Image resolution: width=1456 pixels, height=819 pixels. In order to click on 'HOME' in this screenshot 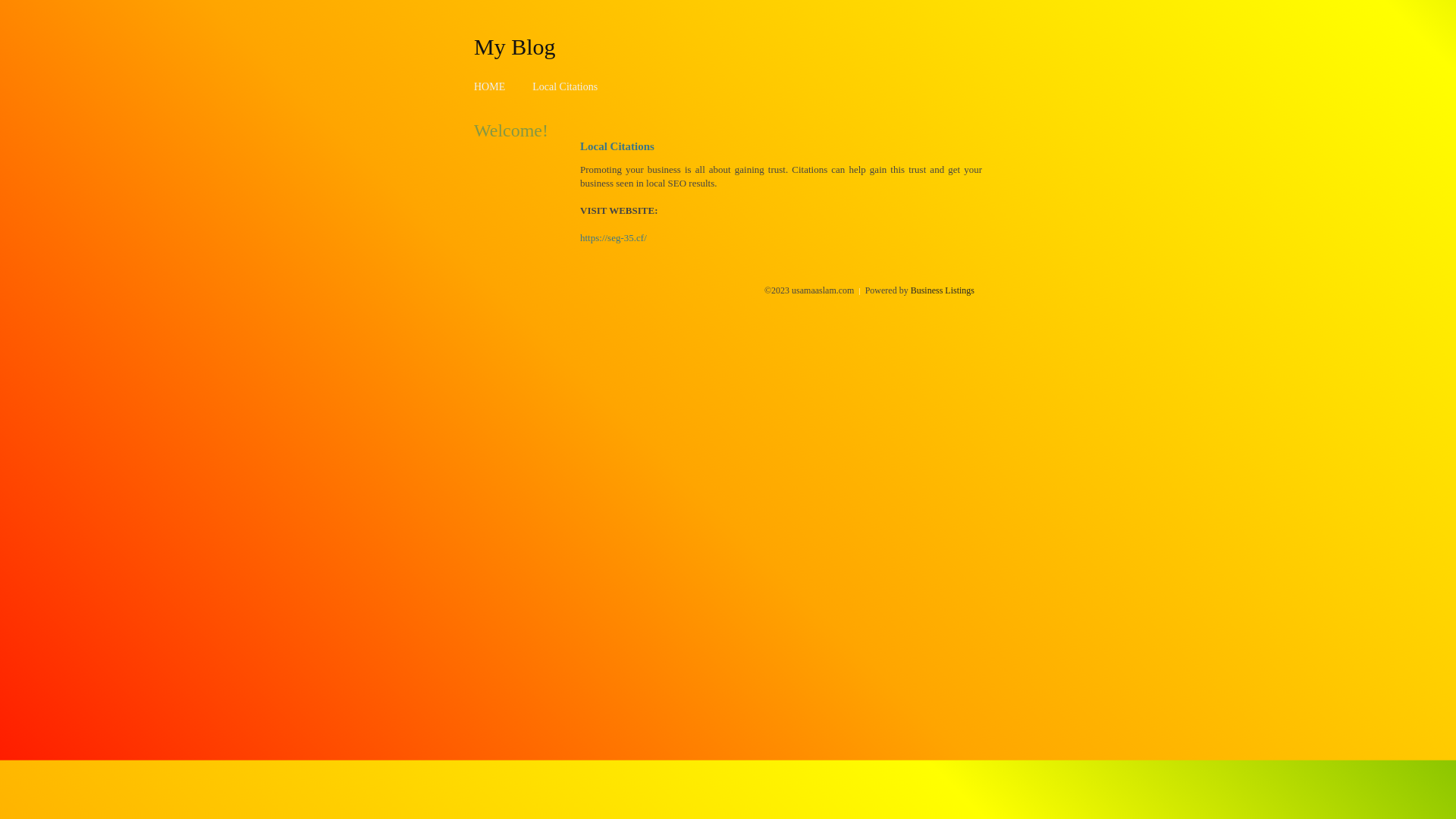, I will do `click(489, 86)`.